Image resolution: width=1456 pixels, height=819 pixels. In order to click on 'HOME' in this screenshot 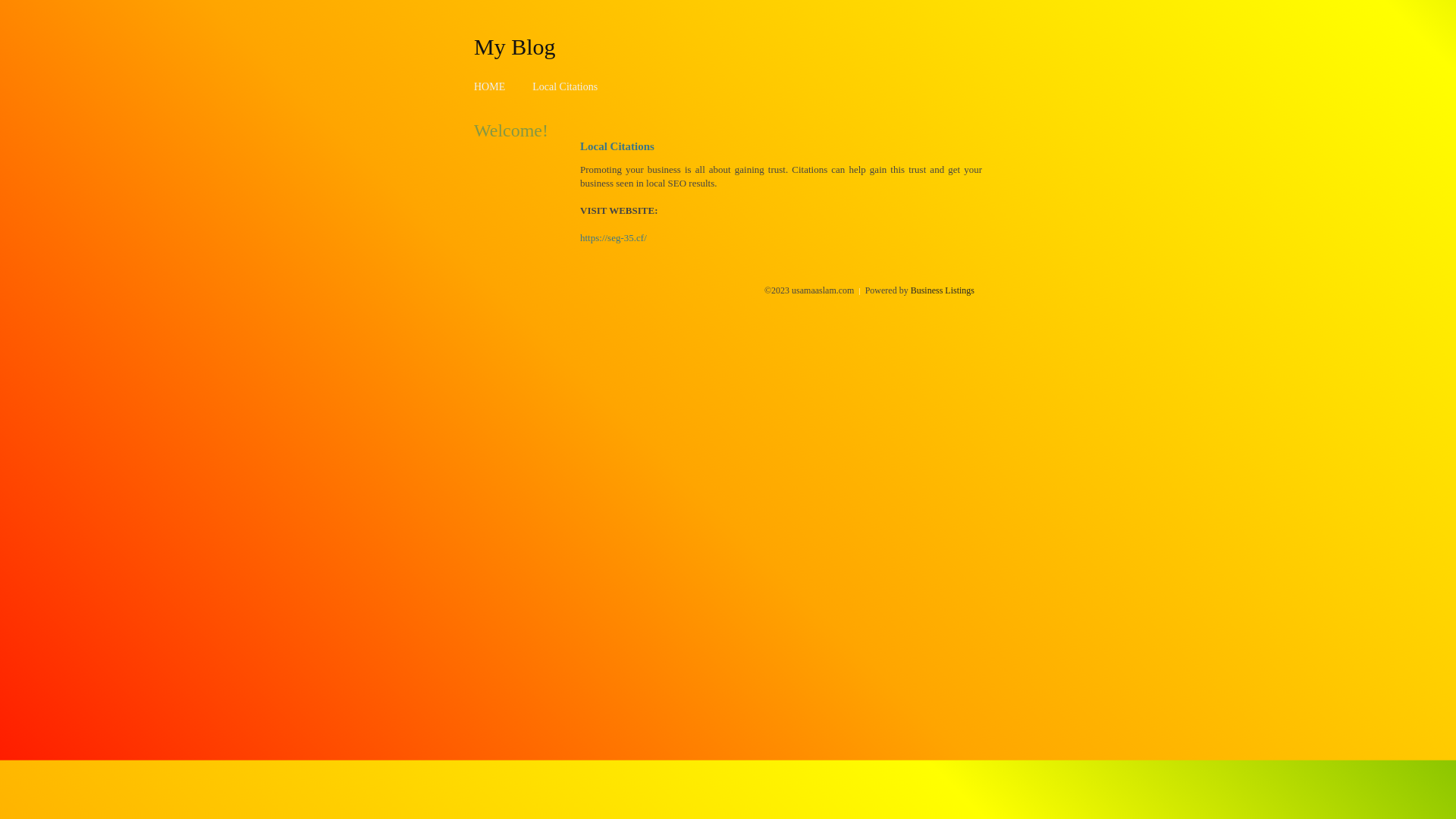, I will do `click(489, 86)`.